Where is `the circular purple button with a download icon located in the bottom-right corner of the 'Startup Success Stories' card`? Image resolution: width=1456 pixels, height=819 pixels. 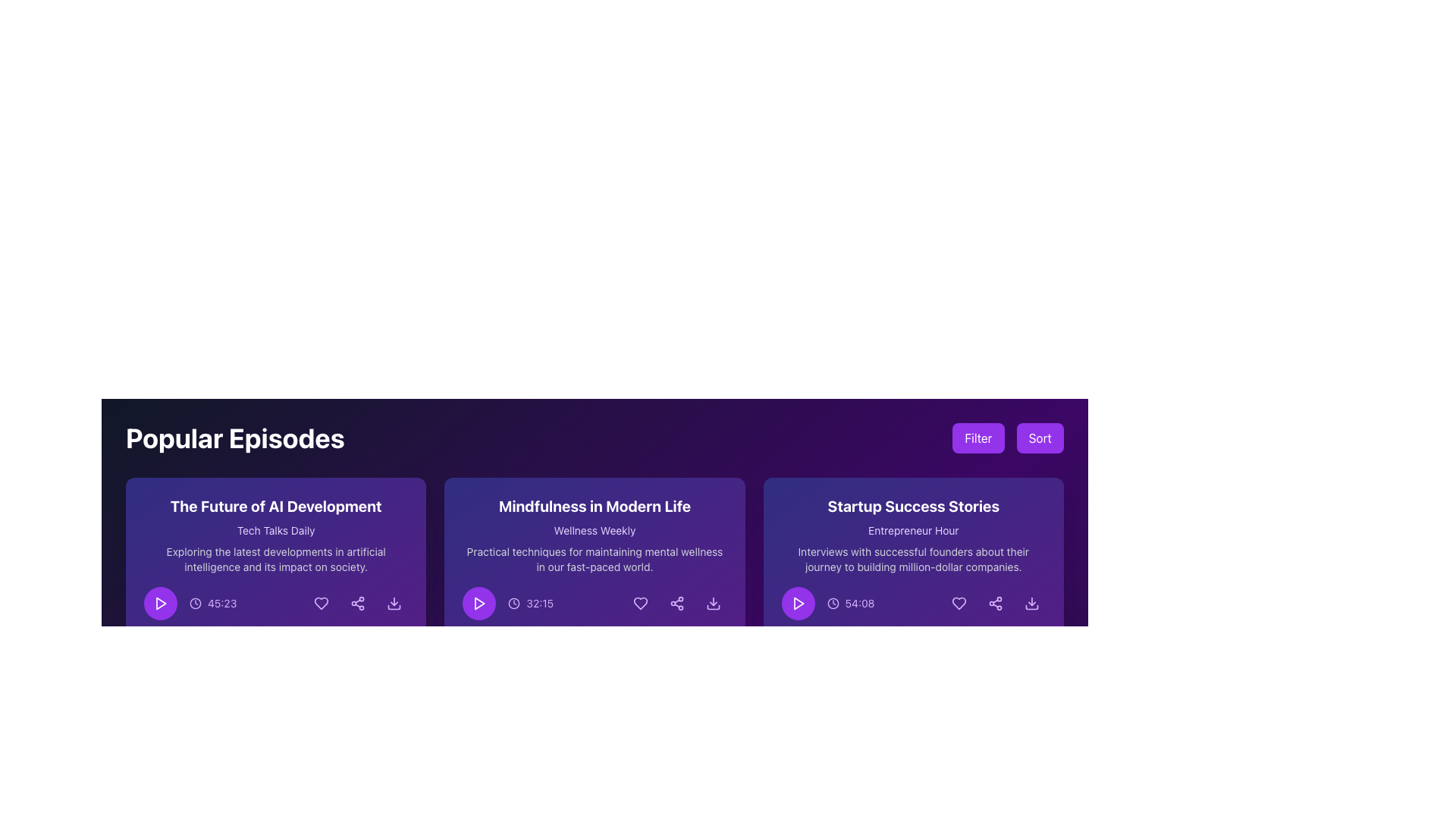
the circular purple button with a download icon located in the bottom-right corner of the 'Startup Success Stories' card is located at coordinates (1031, 602).